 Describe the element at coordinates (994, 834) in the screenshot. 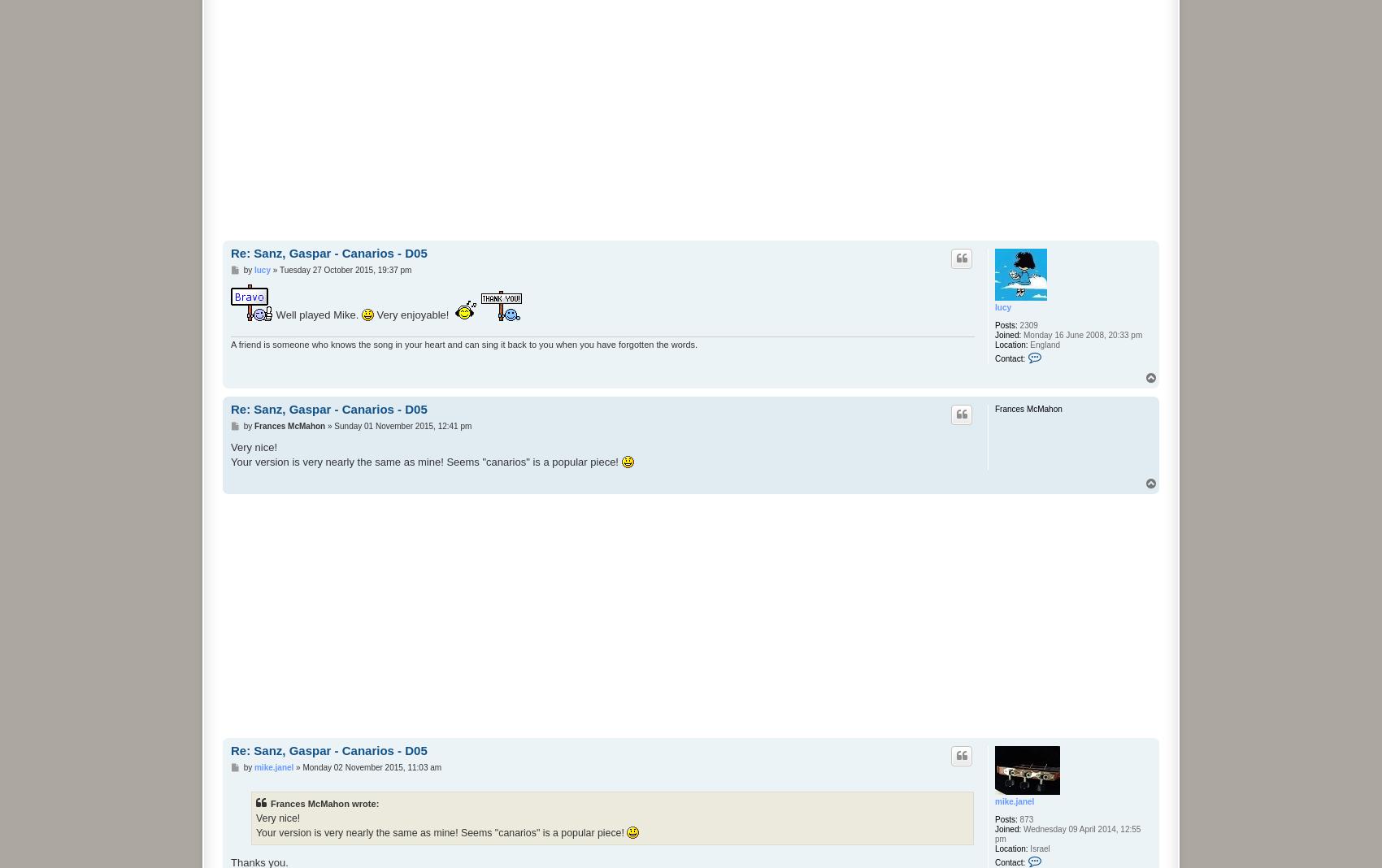

I see `'Wednesday 09 April 2014, 12:55 pm'` at that location.